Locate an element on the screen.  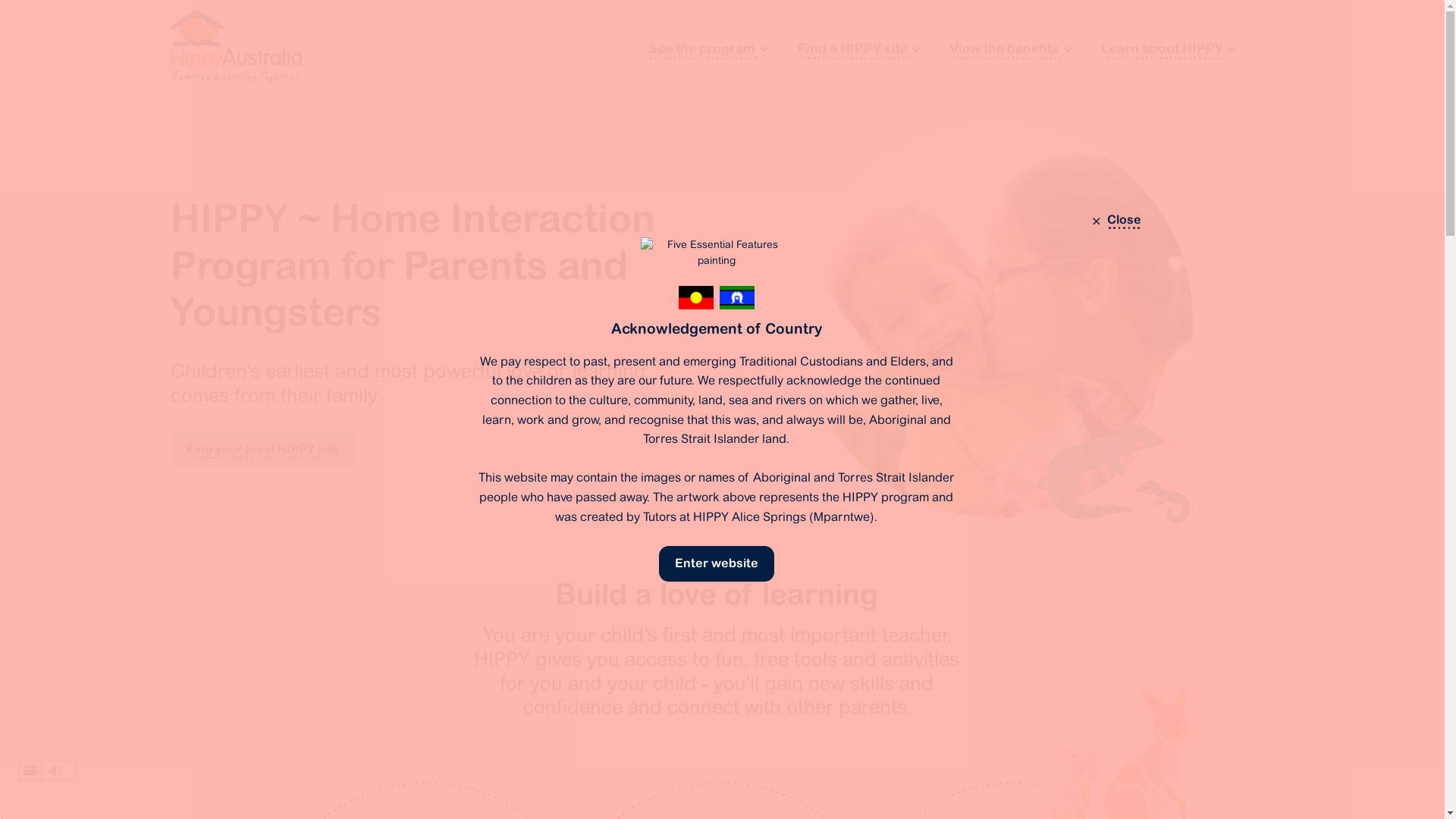
'See the program' is located at coordinates (708, 48).